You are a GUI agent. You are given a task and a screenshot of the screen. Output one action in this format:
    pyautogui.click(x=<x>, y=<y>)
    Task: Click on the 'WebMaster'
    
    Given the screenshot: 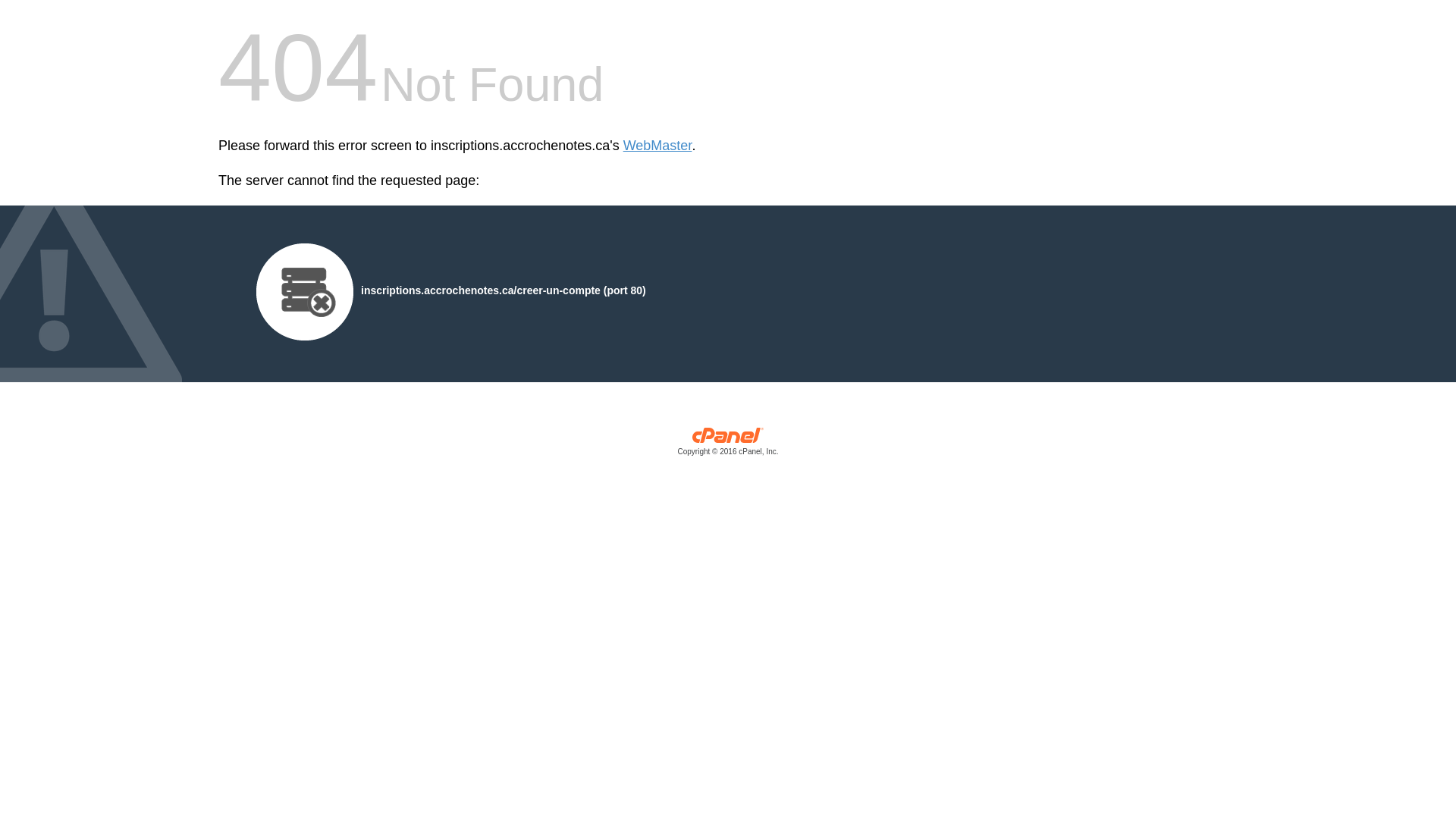 What is the action you would take?
    pyautogui.click(x=623, y=146)
    